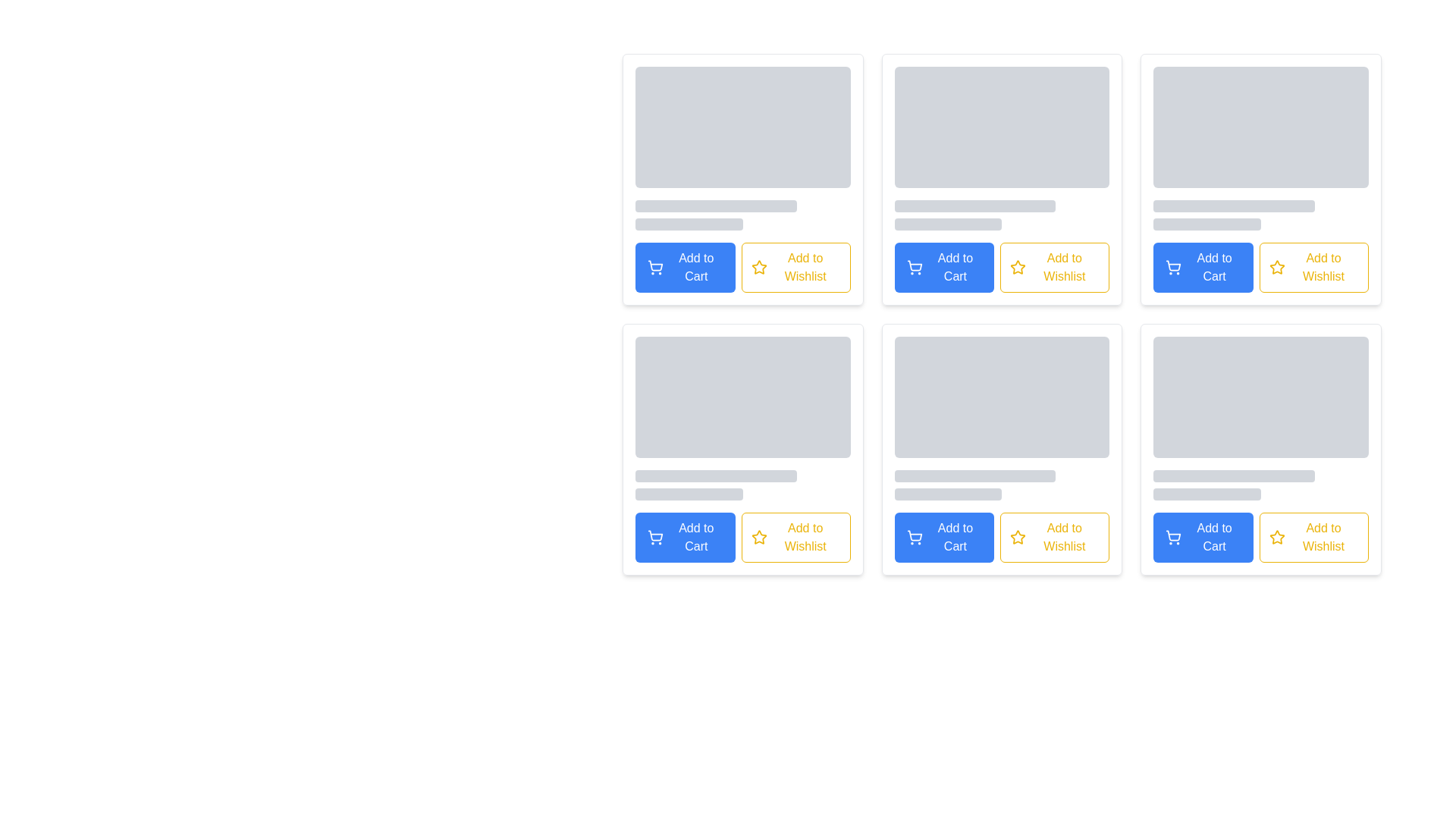  What do you see at coordinates (759, 267) in the screenshot?
I see `the star icon representing the 'Add to Wishlist' functionality in the button of the first product card in the second row of the grid layout` at bounding box center [759, 267].